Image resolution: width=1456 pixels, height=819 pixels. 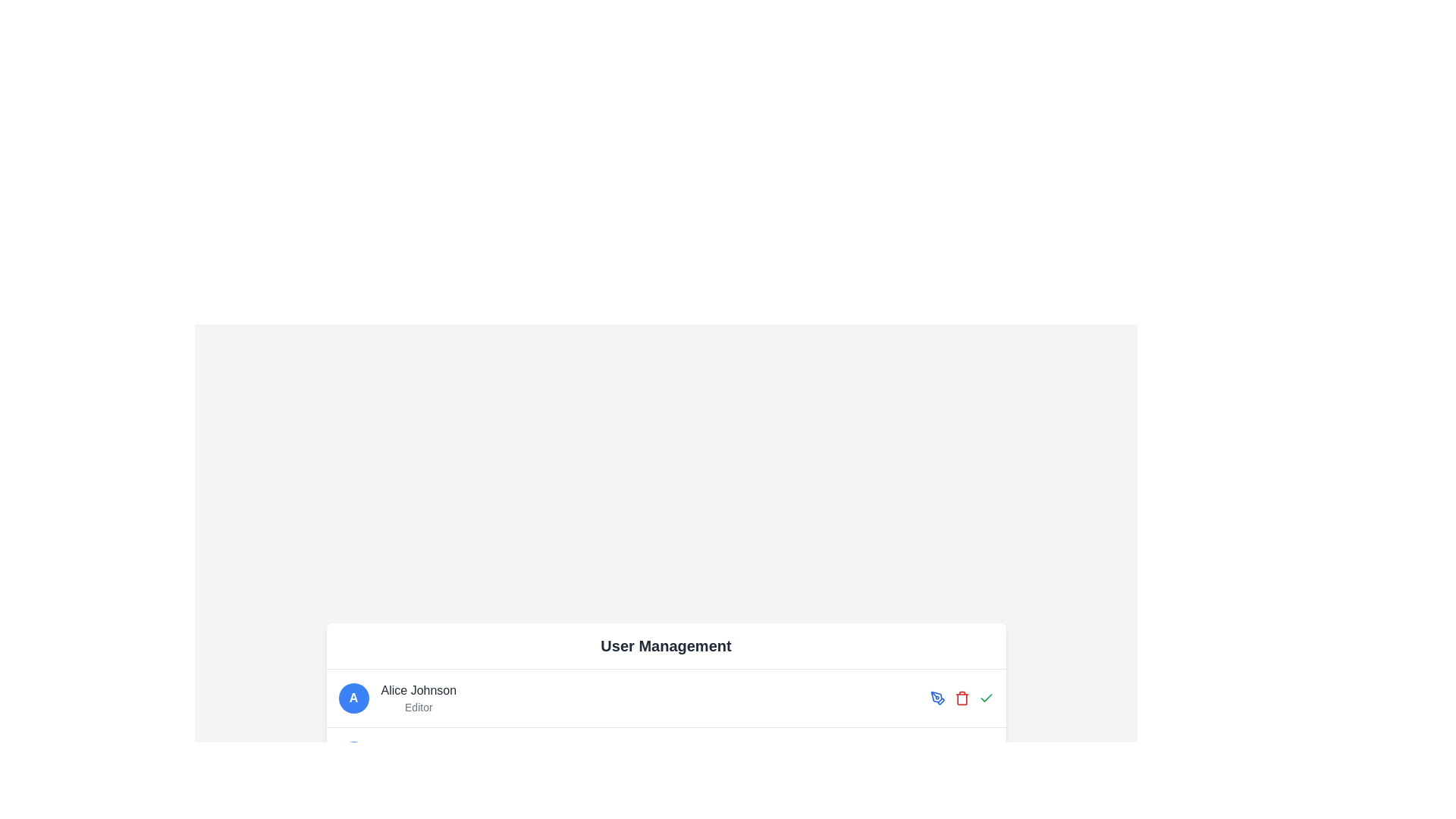 What do you see at coordinates (419, 690) in the screenshot?
I see `the static text label displaying the user's name within the user information card, located above the 'Editor' label in the user management interface` at bounding box center [419, 690].